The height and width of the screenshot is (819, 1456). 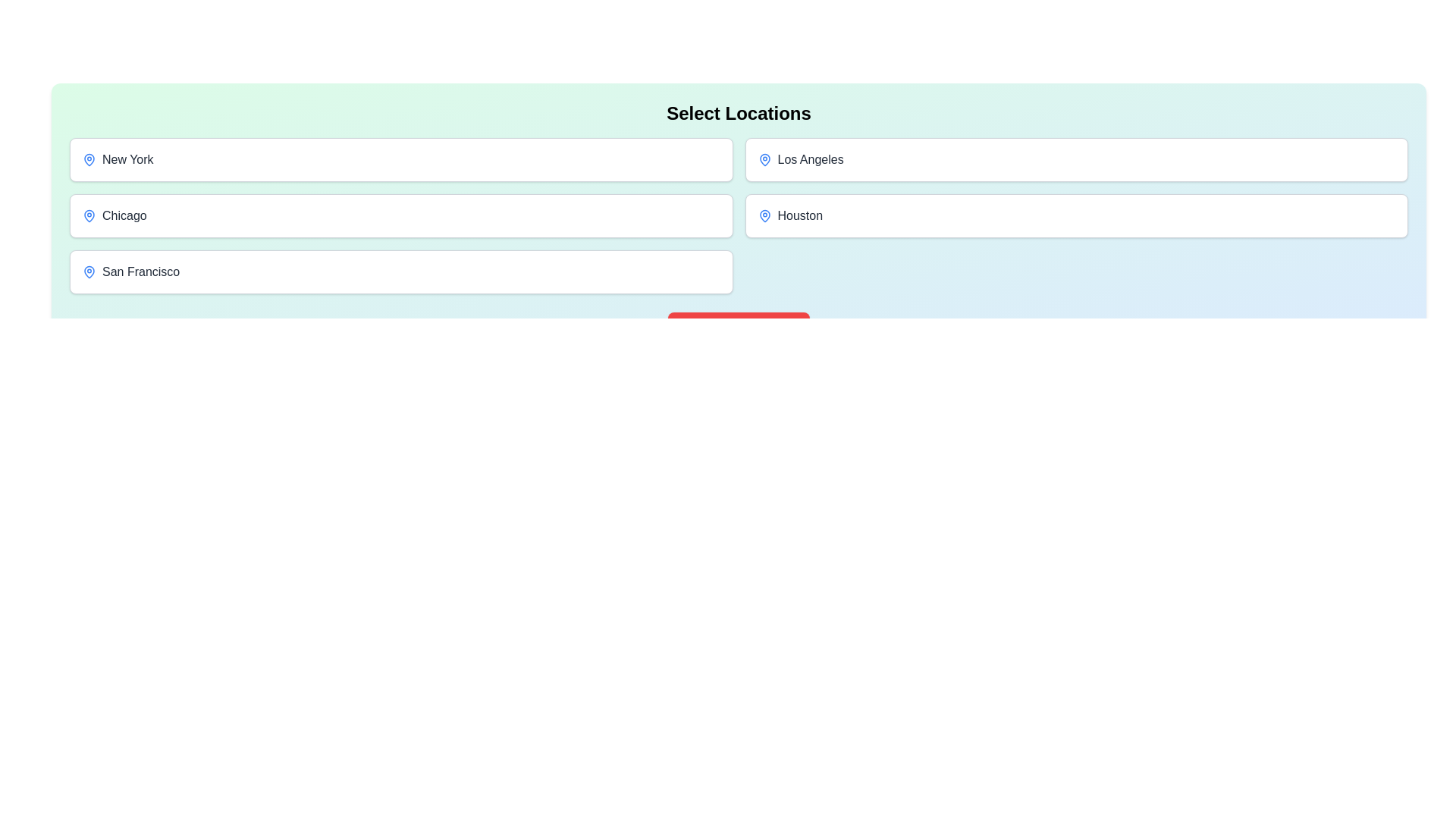 What do you see at coordinates (401, 160) in the screenshot?
I see `the button corresponding to the location New York` at bounding box center [401, 160].